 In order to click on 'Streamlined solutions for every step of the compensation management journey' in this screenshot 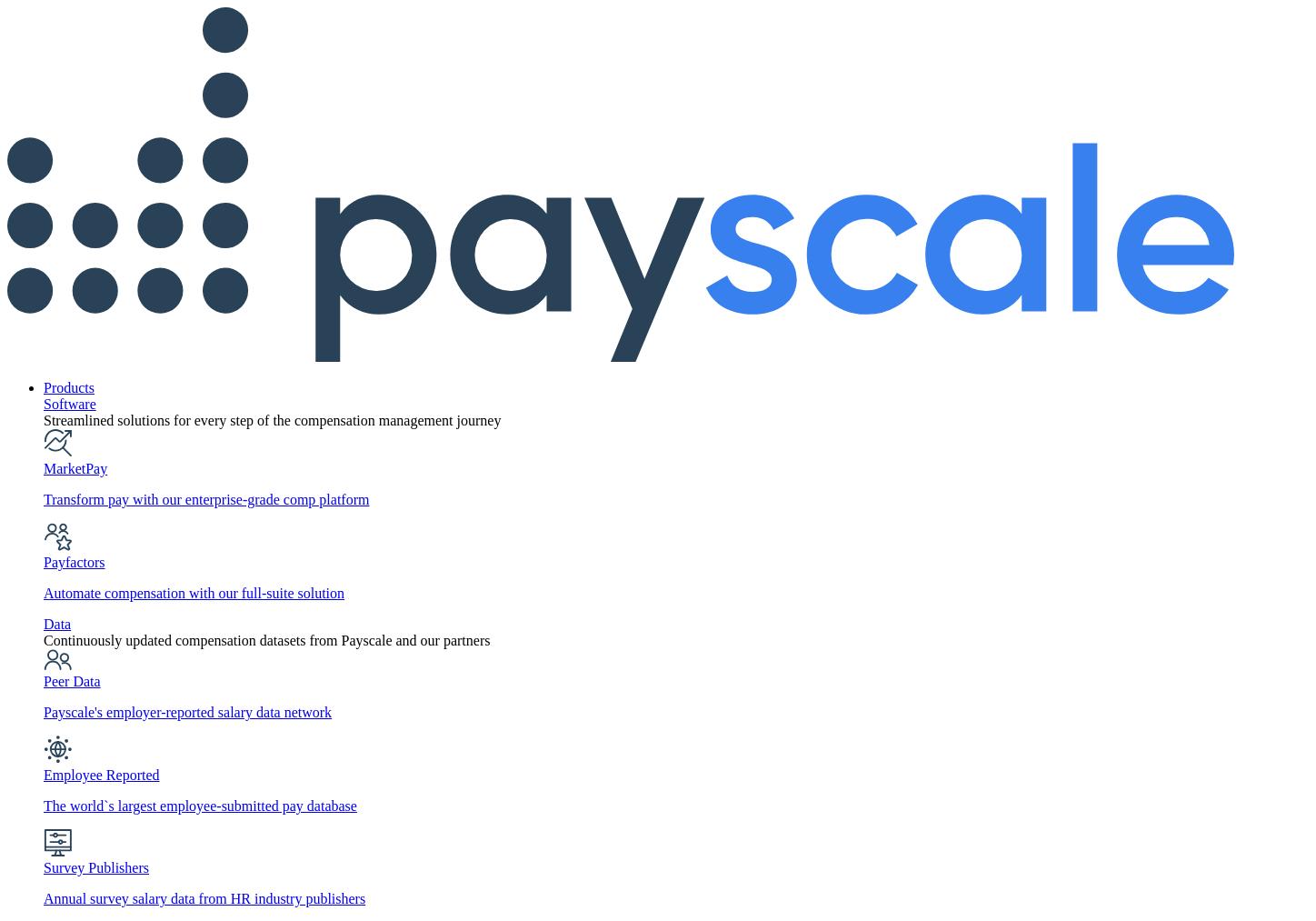, I will do `click(271, 419)`.